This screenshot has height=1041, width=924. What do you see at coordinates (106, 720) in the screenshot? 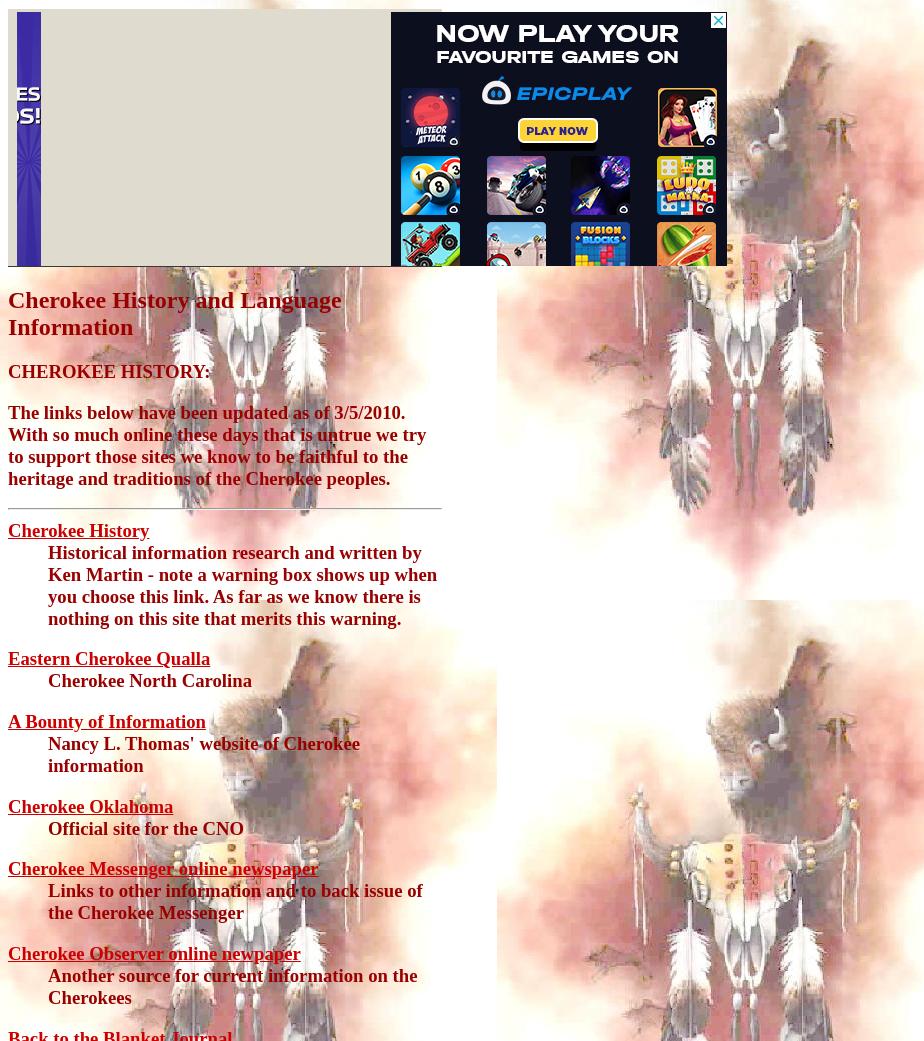
I see `'A Bounty of Information'` at bounding box center [106, 720].